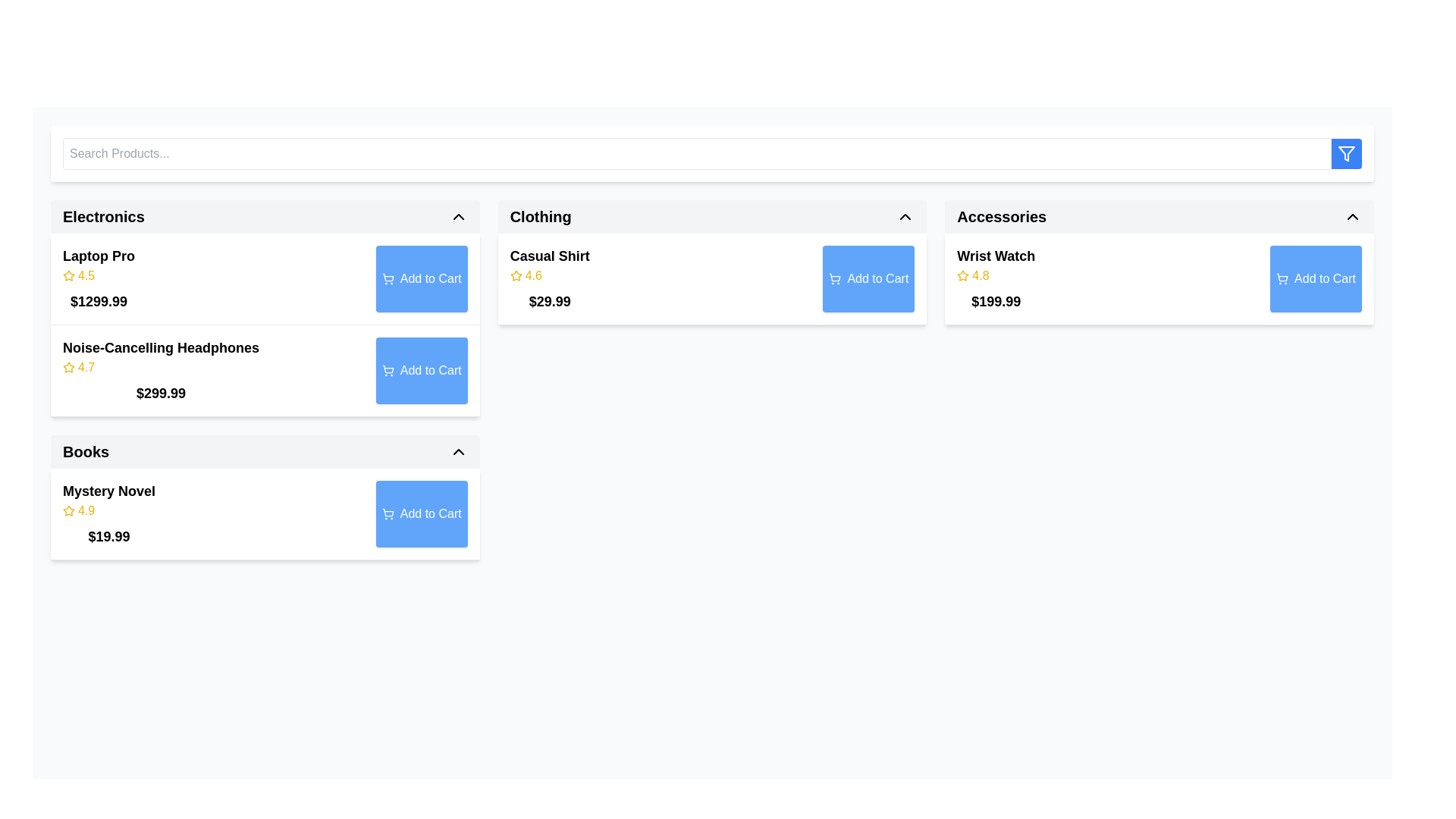 This screenshot has width=1456, height=819. Describe the element at coordinates (430, 513) in the screenshot. I see `text from the 'Add to Cart' label located within the interactive button for the 'Mystery Novel' item in the 'Books' category` at that location.